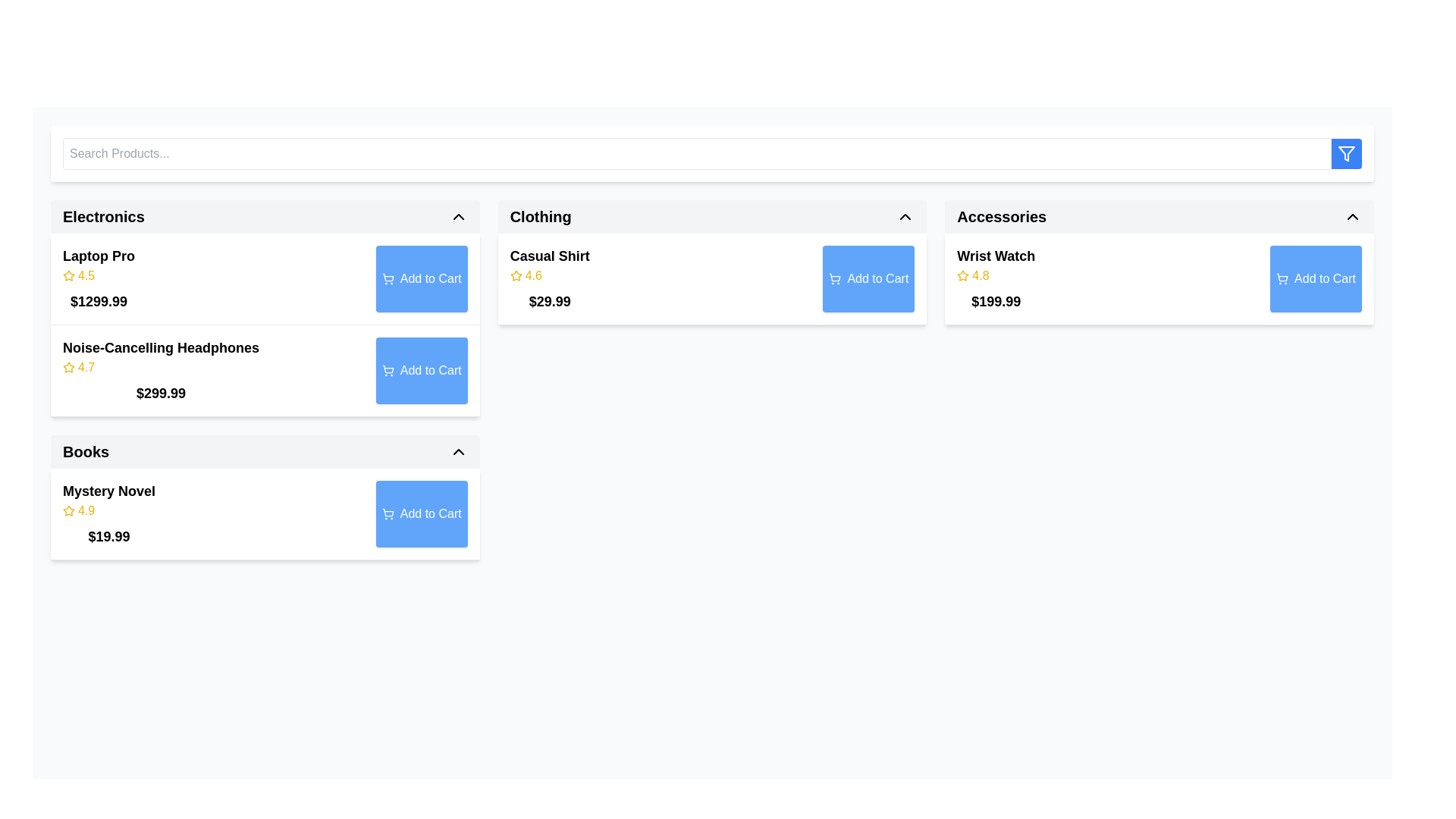 This screenshot has width=1456, height=819. Describe the element at coordinates (430, 513) in the screenshot. I see `text from the 'Add to Cart' label located within the interactive button for the 'Mystery Novel' item in the 'Books' category` at that location.